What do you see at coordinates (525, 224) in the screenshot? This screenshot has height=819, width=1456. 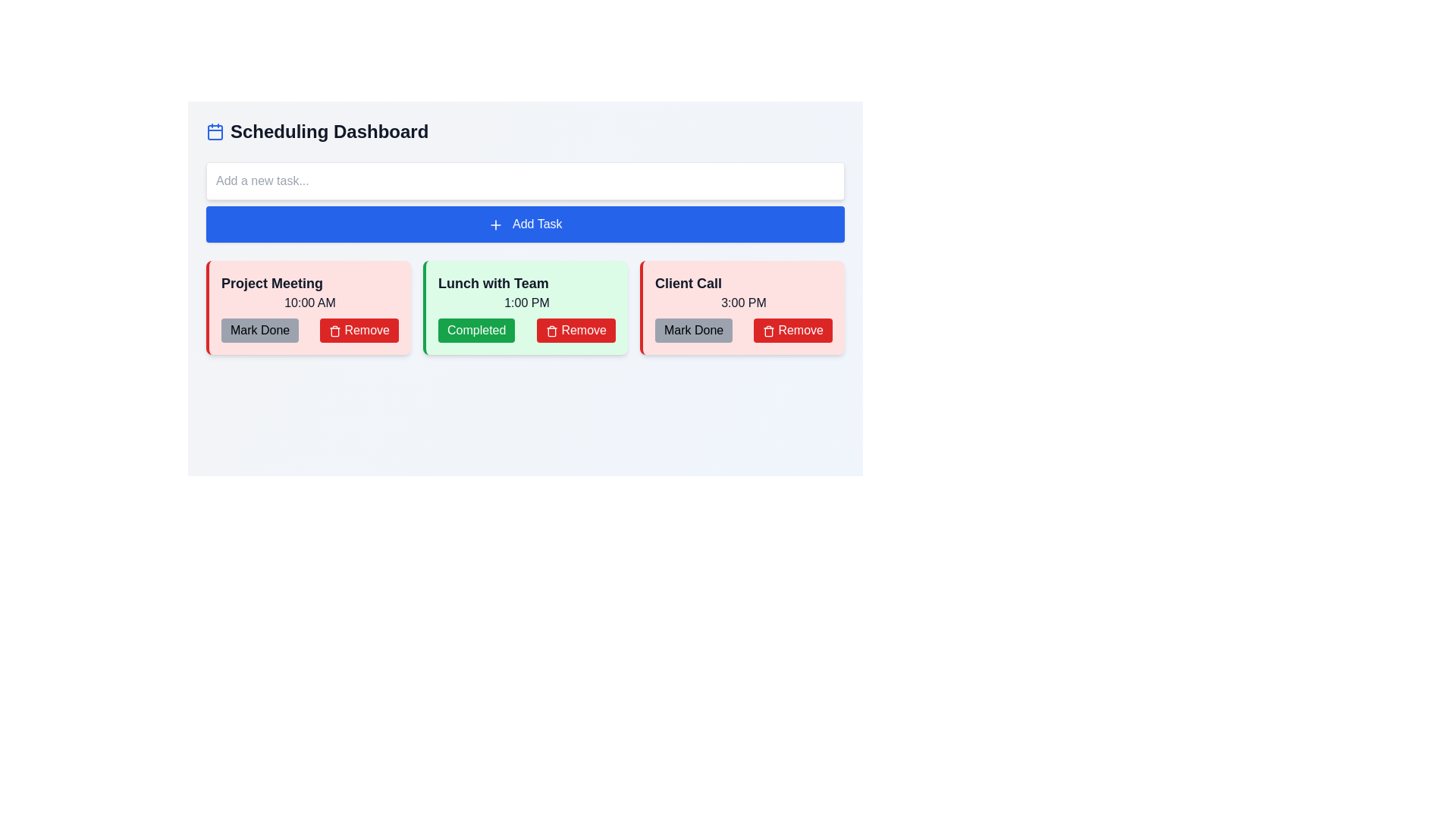 I see `the rectangular blue button with rounded edges labeled 'Add Task'` at bounding box center [525, 224].